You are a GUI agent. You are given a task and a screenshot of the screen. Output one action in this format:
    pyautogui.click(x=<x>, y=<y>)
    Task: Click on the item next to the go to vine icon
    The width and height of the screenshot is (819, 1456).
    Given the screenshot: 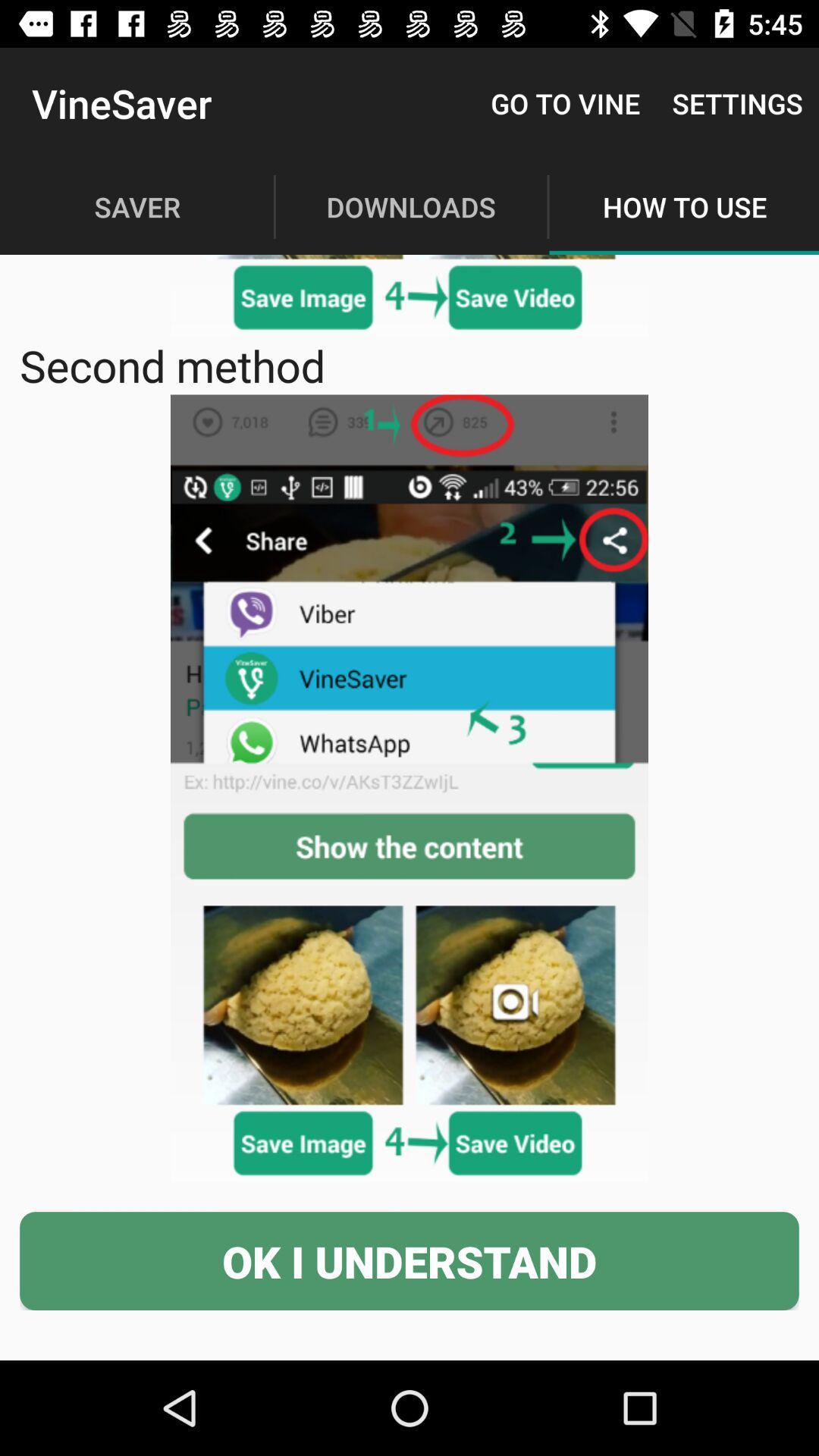 What is the action you would take?
    pyautogui.click(x=736, y=102)
    